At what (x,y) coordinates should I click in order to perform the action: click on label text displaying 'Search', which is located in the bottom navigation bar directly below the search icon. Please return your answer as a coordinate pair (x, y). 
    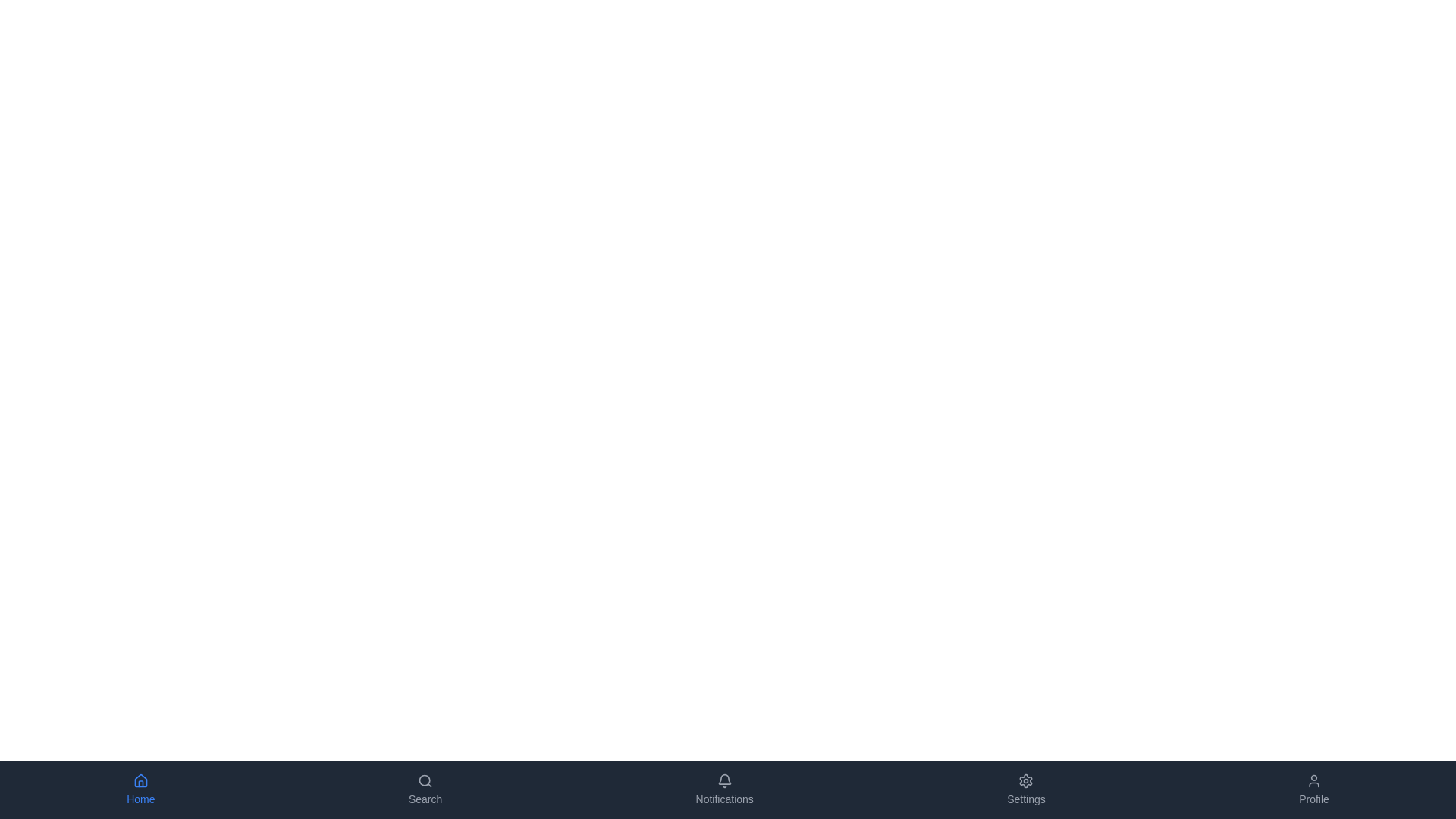
    Looking at the image, I should click on (425, 798).